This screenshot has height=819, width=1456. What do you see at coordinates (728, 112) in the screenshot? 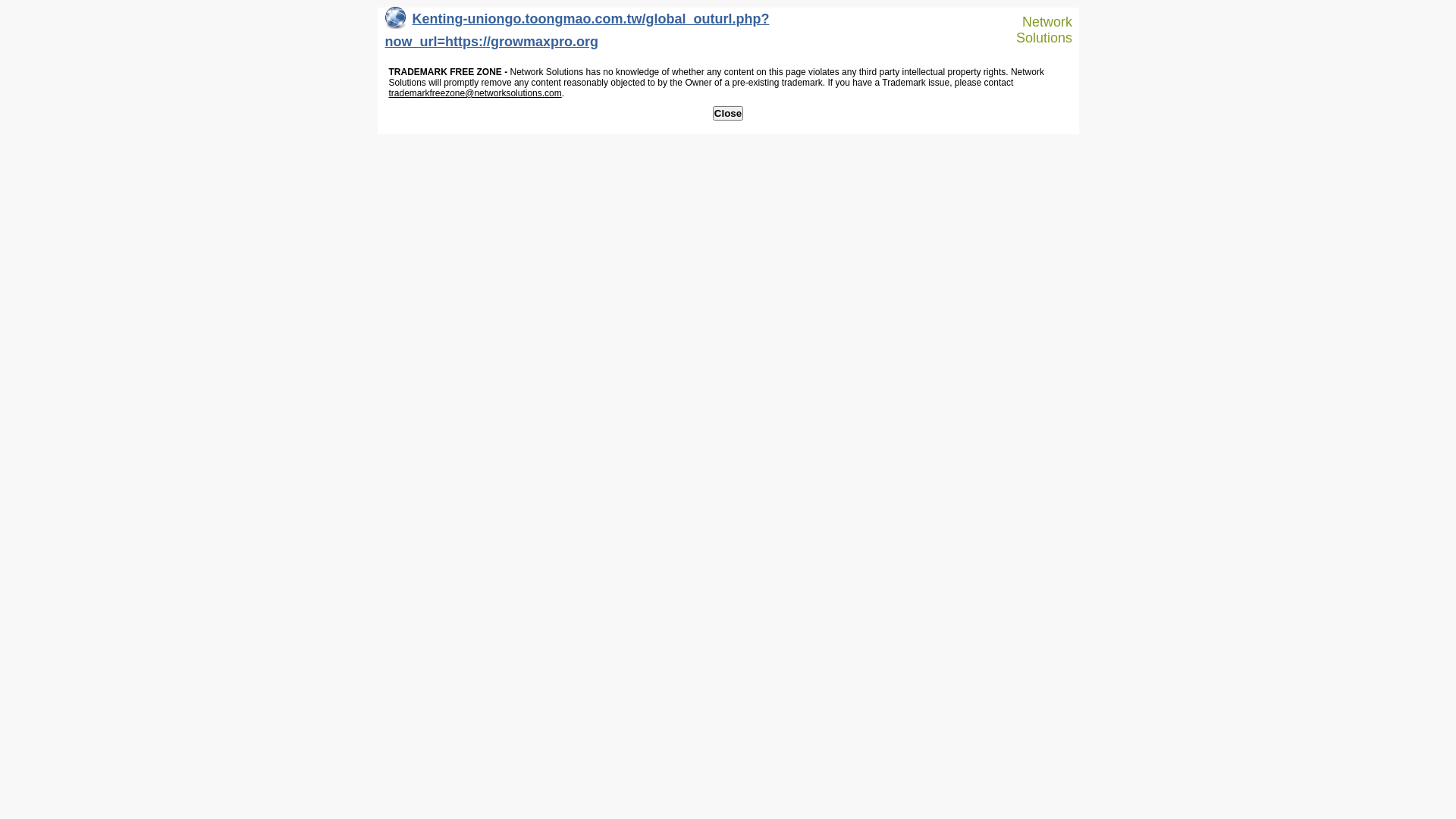
I see `'Close'` at bounding box center [728, 112].